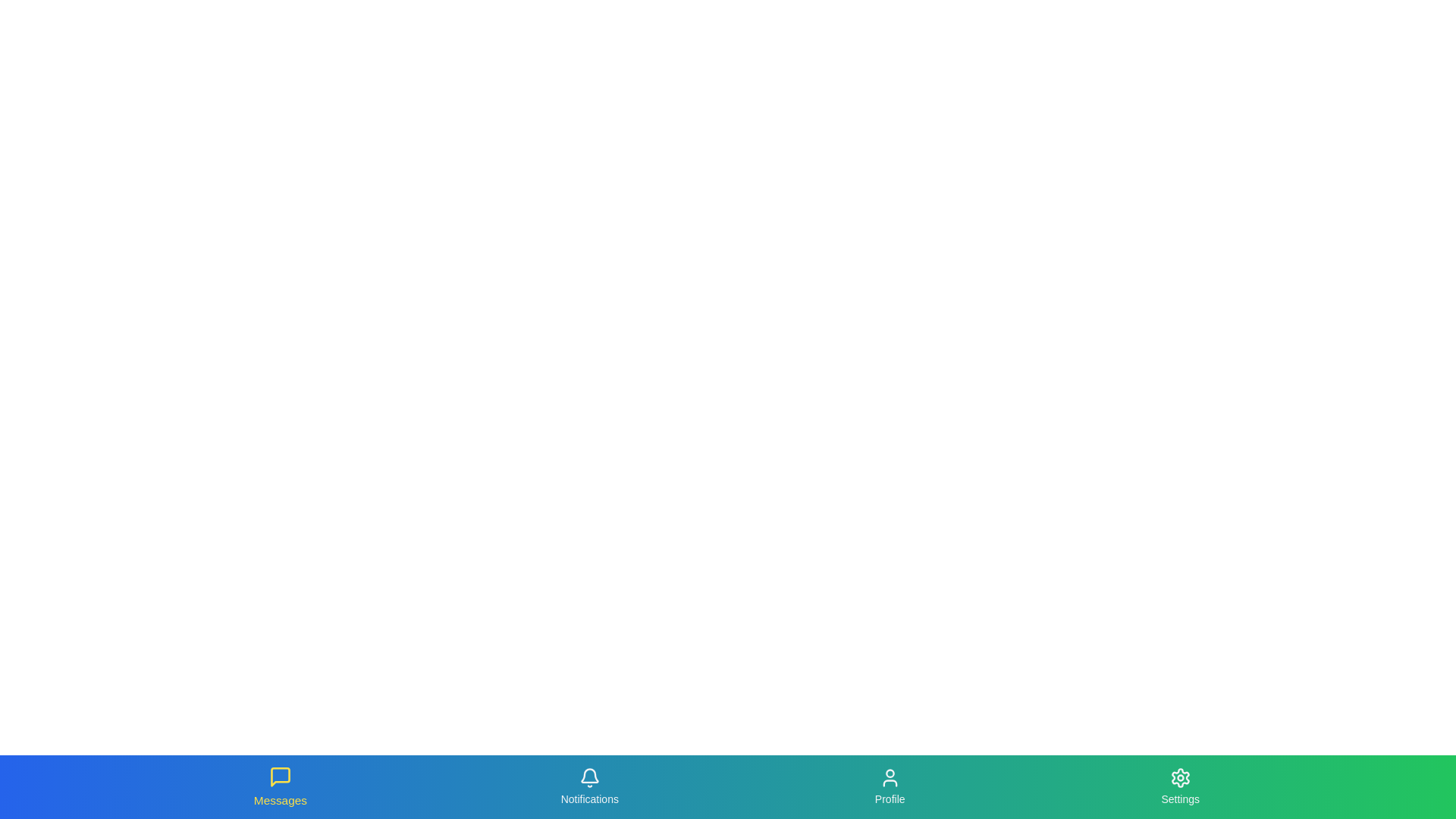  What do you see at coordinates (588, 786) in the screenshot?
I see `the Notifications tab to interact with it` at bounding box center [588, 786].